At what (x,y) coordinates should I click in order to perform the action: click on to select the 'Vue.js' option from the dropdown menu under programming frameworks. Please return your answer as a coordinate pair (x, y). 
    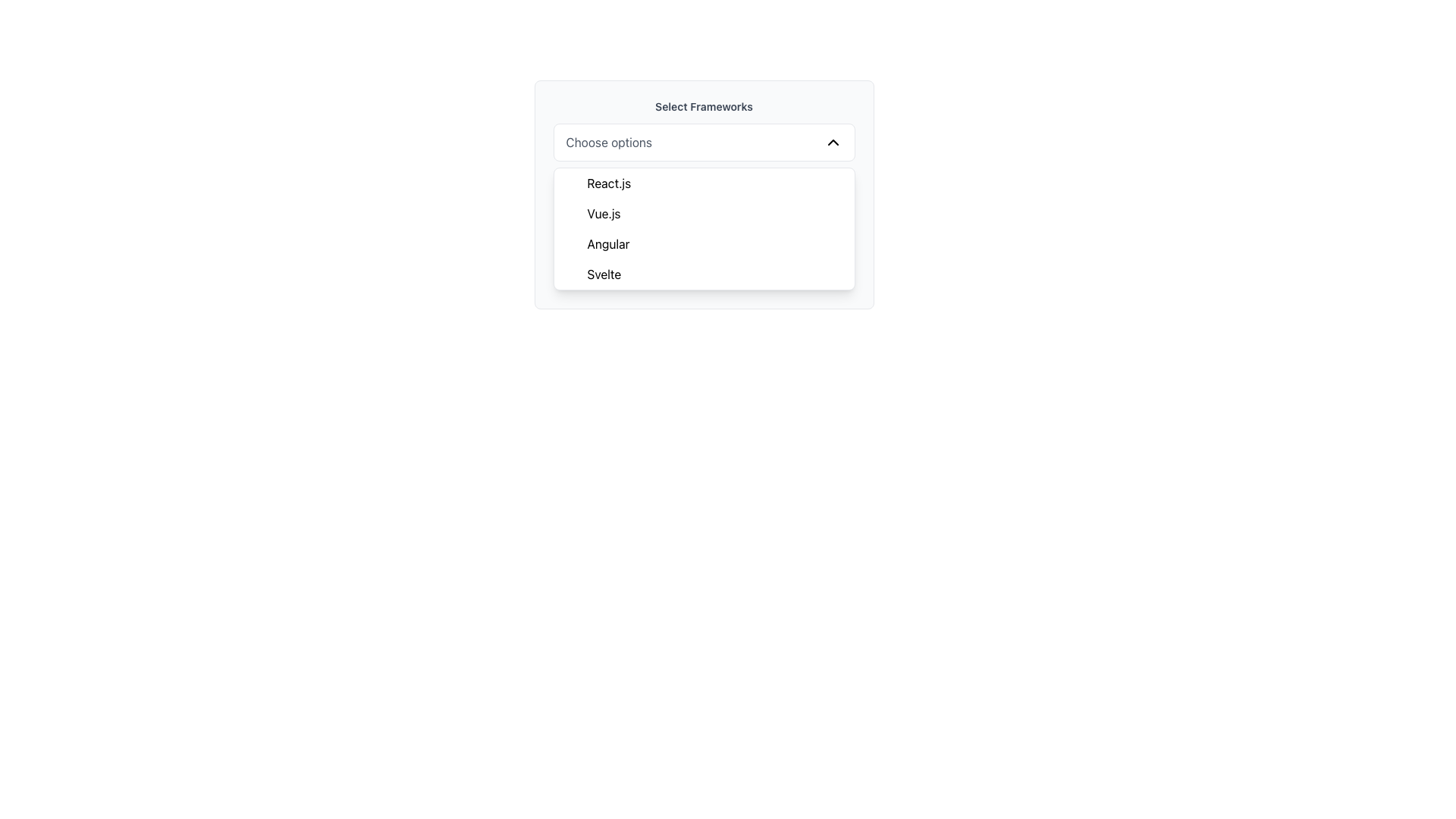
    Looking at the image, I should click on (703, 213).